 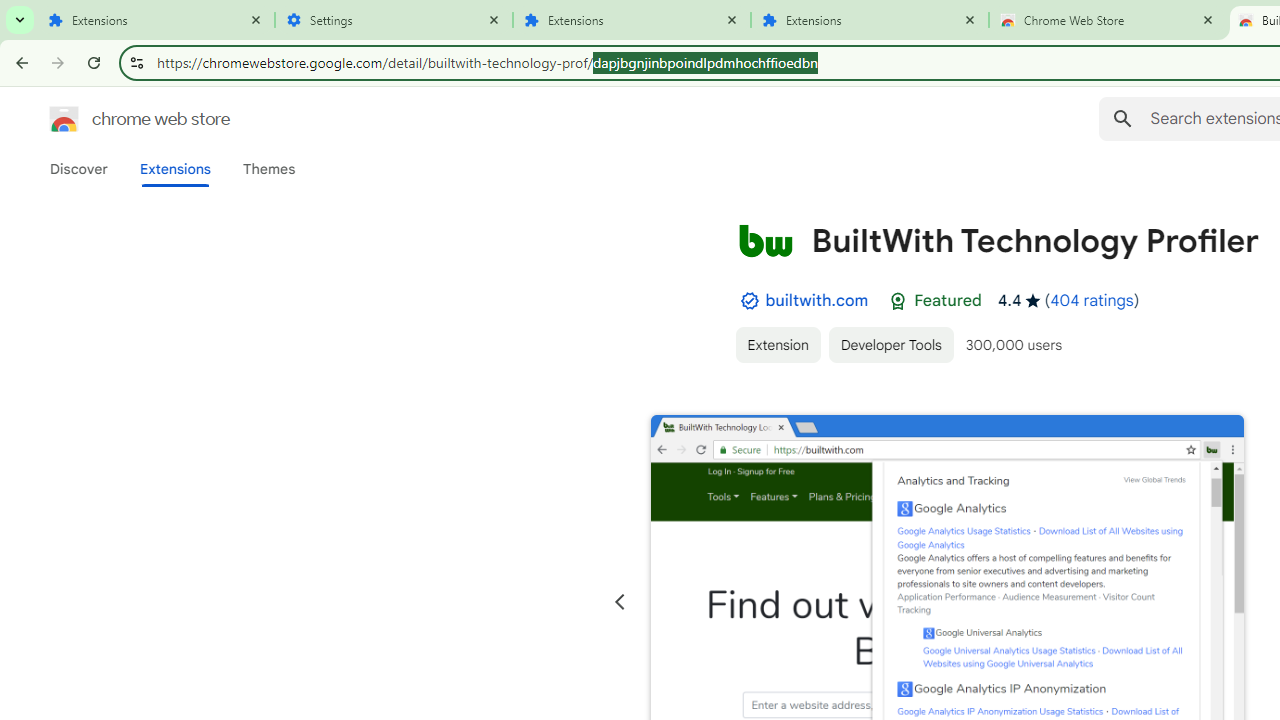 I want to click on 'Reload', so click(x=93, y=61).